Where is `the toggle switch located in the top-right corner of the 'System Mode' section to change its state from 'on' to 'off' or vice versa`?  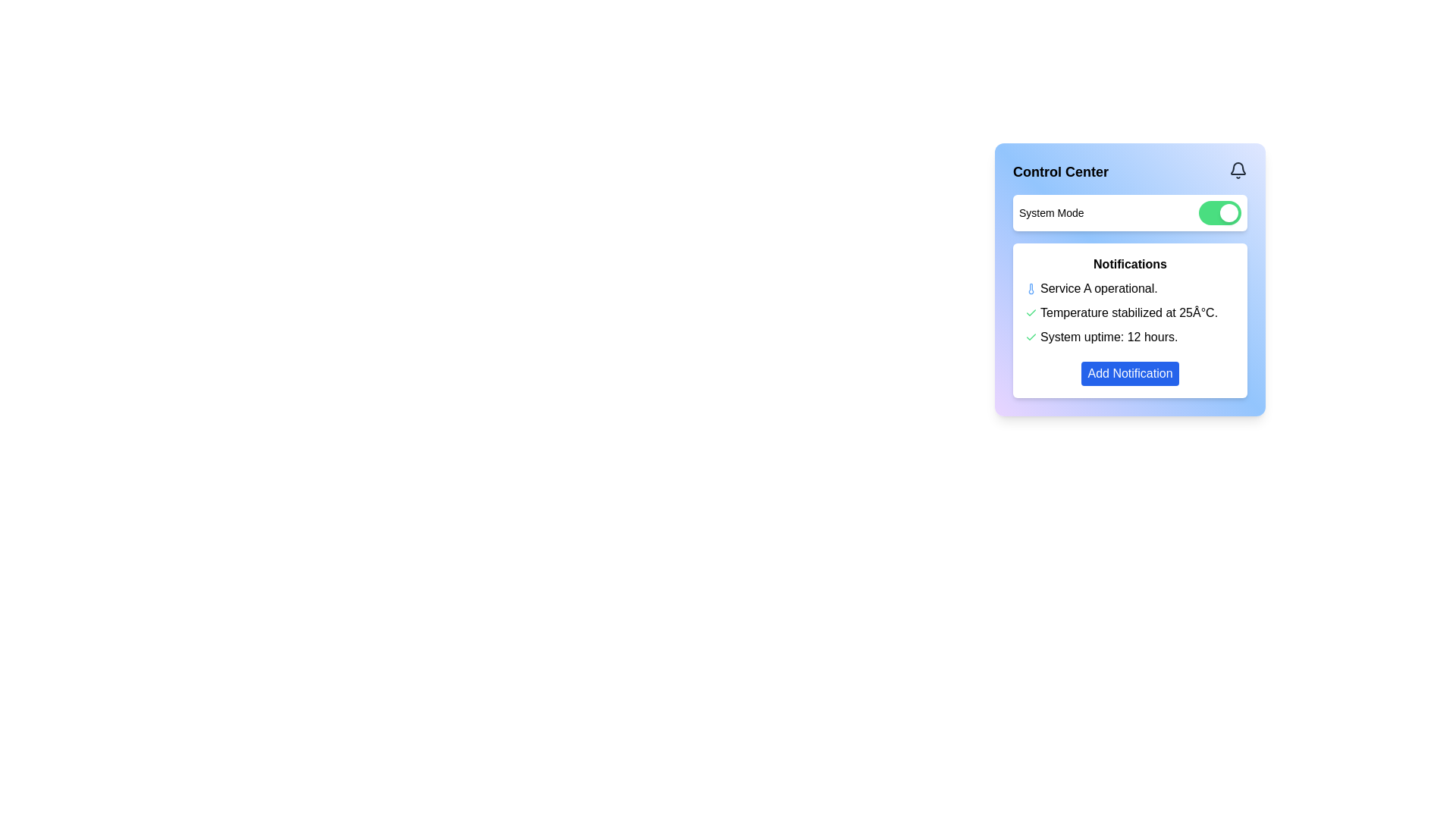
the toggle switch located in the top-right corner of the 'System Mode' section to change its state from 'on' to 'off' or vice versa is located at coordinates (1219, 213).